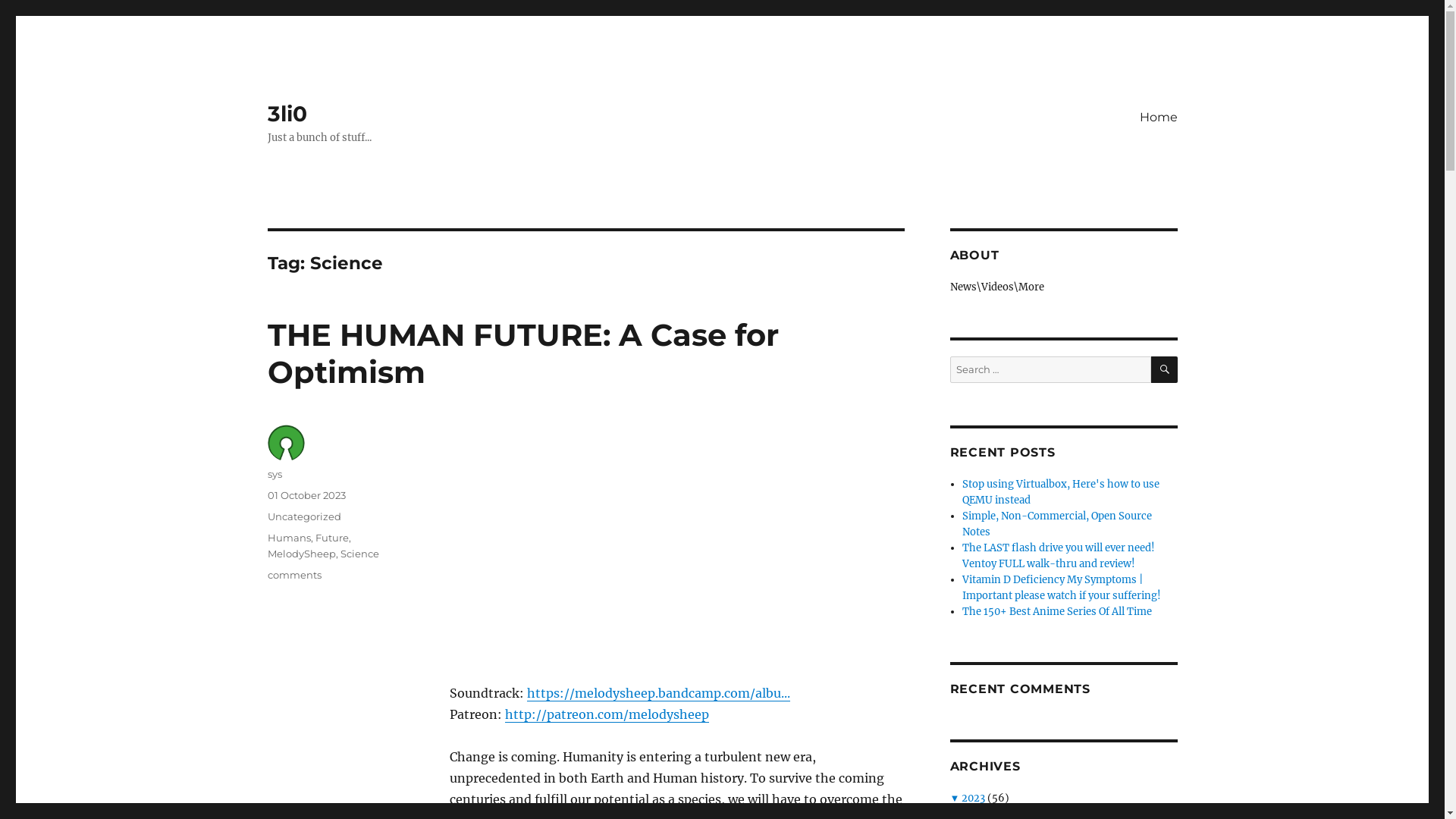 This screenshot has height=819, width=1456. What do you see at coordinates (303, 516) in the screenshot?
I see `'Uncategorized'` at bounding box center [303, 516].